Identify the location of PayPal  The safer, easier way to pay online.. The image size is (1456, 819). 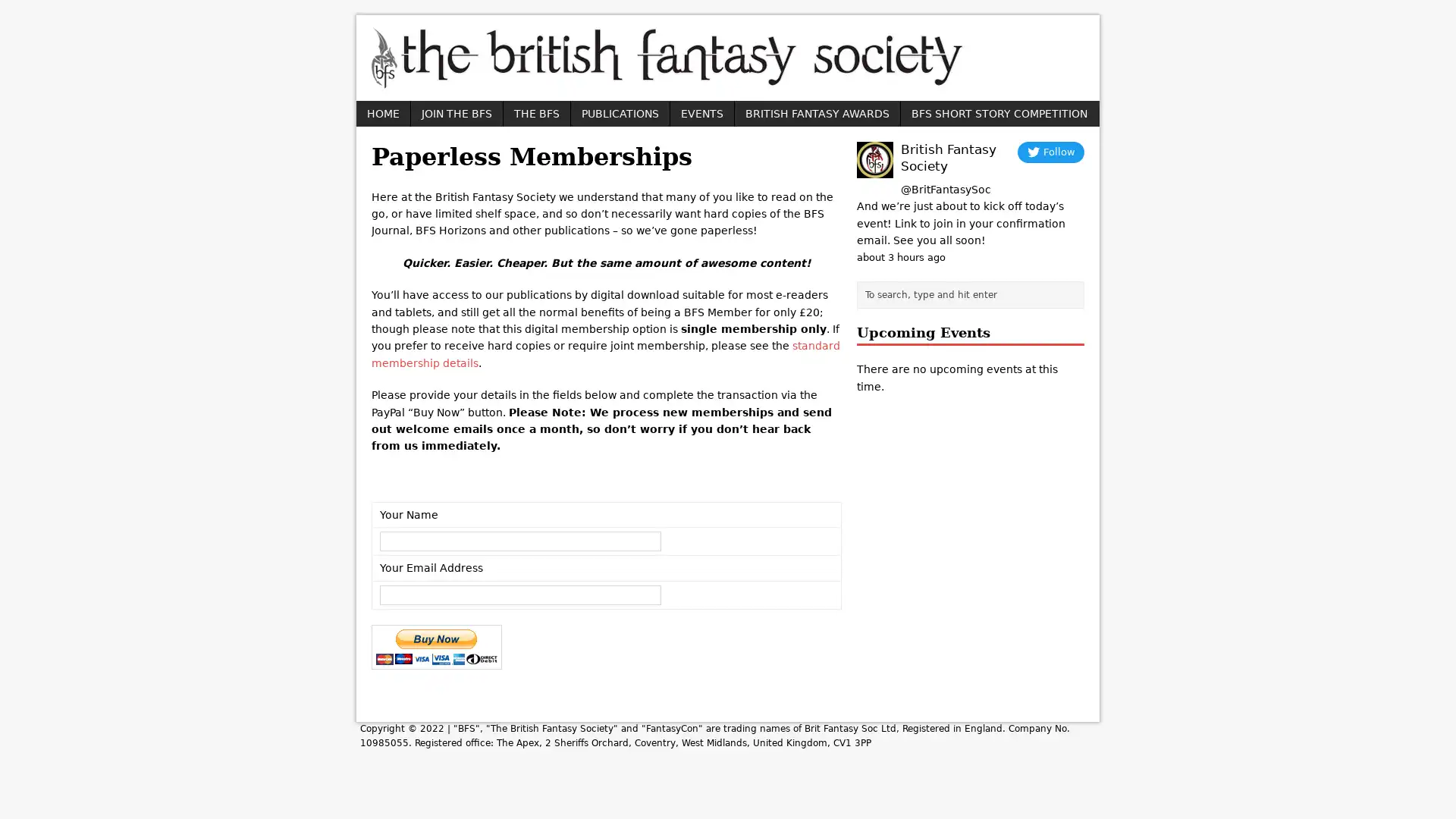
(436, 646).